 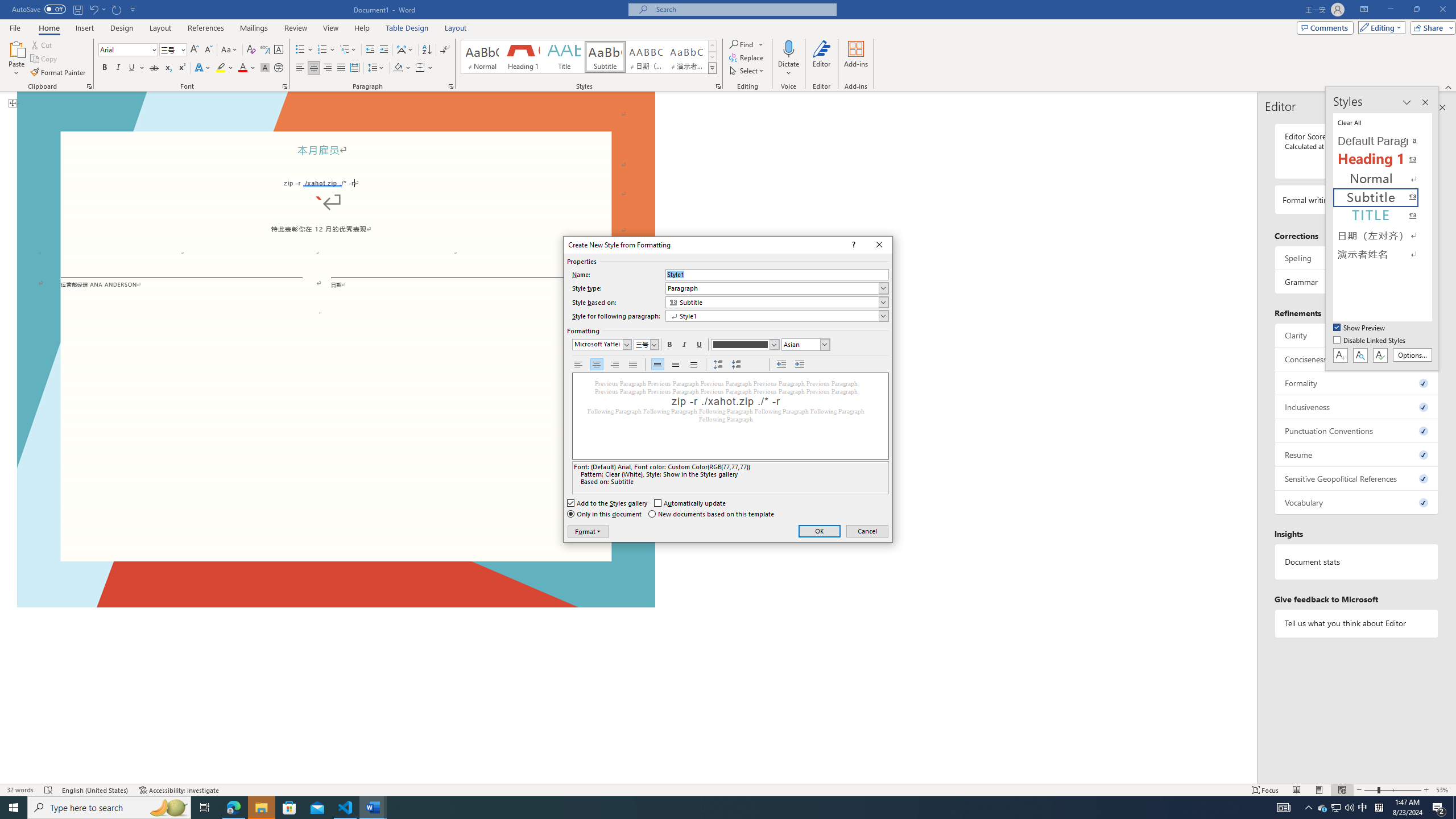 I want to click on 'Microsoft Edge - 1 running window', so click(x=233, y=806).